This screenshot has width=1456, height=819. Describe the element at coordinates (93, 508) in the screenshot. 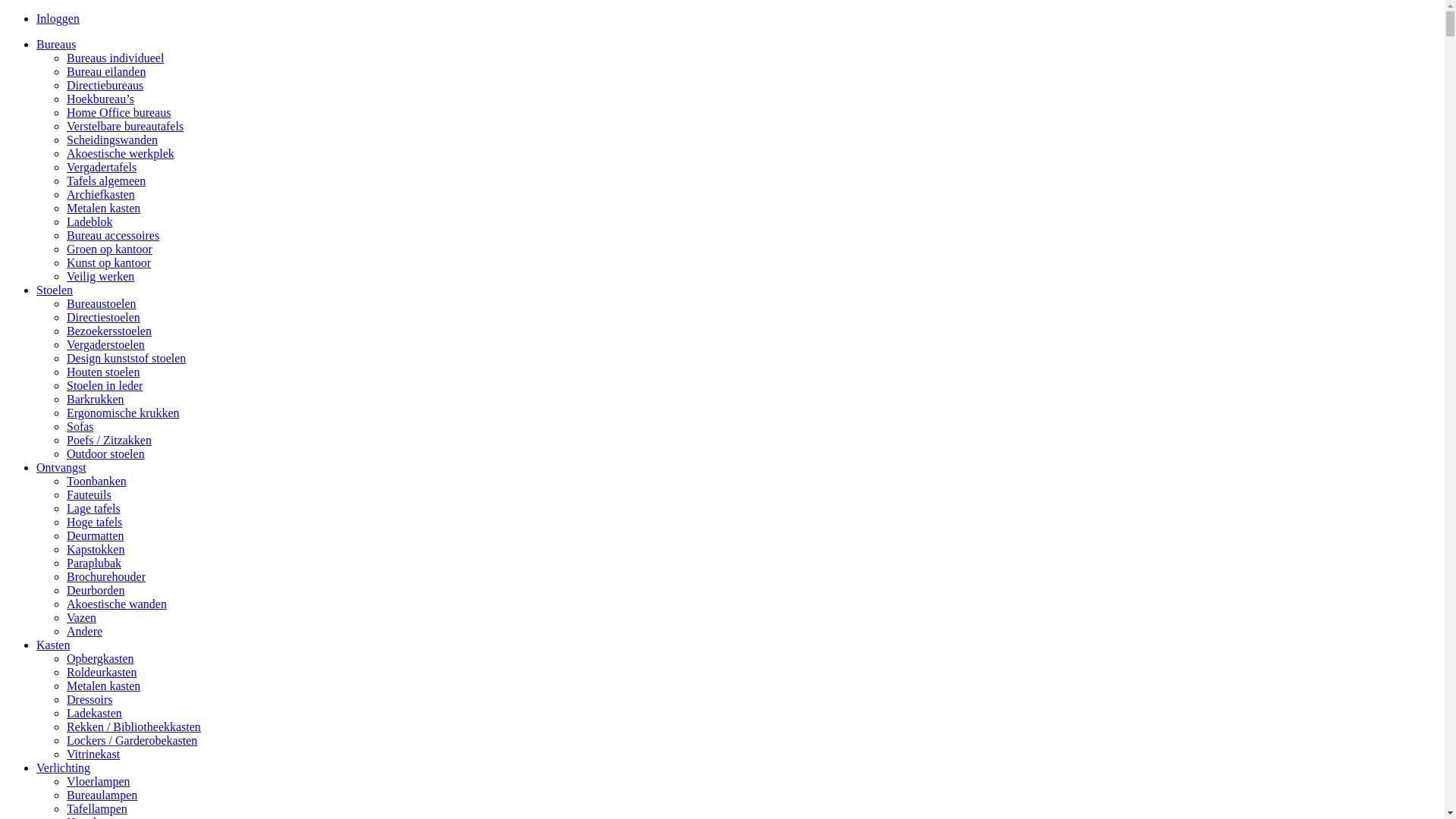

I see `'Lage tafels'` at that location.